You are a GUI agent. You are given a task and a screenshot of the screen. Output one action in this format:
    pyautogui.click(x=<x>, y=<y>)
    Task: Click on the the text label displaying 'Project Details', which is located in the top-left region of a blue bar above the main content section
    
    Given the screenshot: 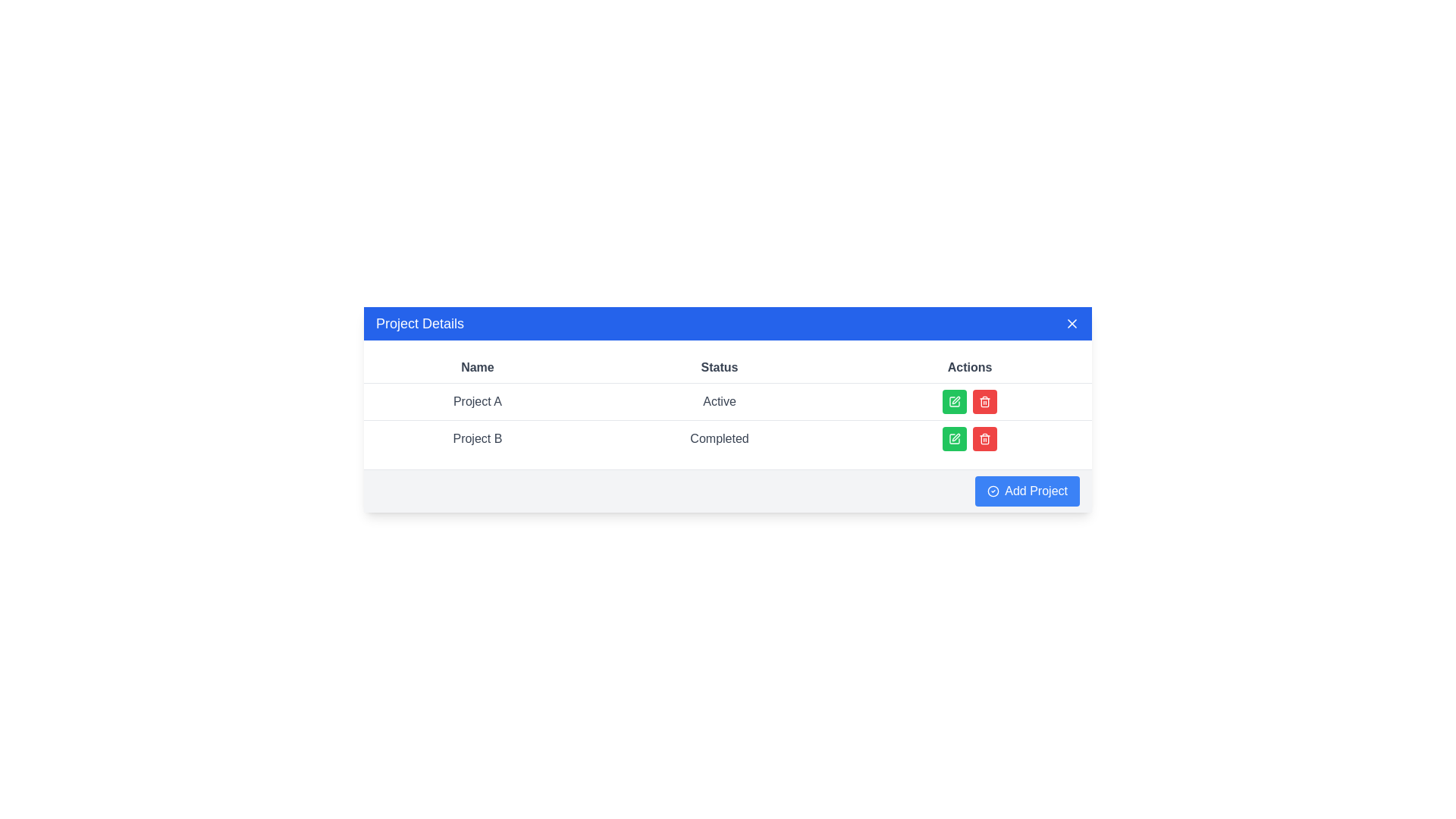 What is the action you would take?
    pyautogui.click(x=420, y=322)
    